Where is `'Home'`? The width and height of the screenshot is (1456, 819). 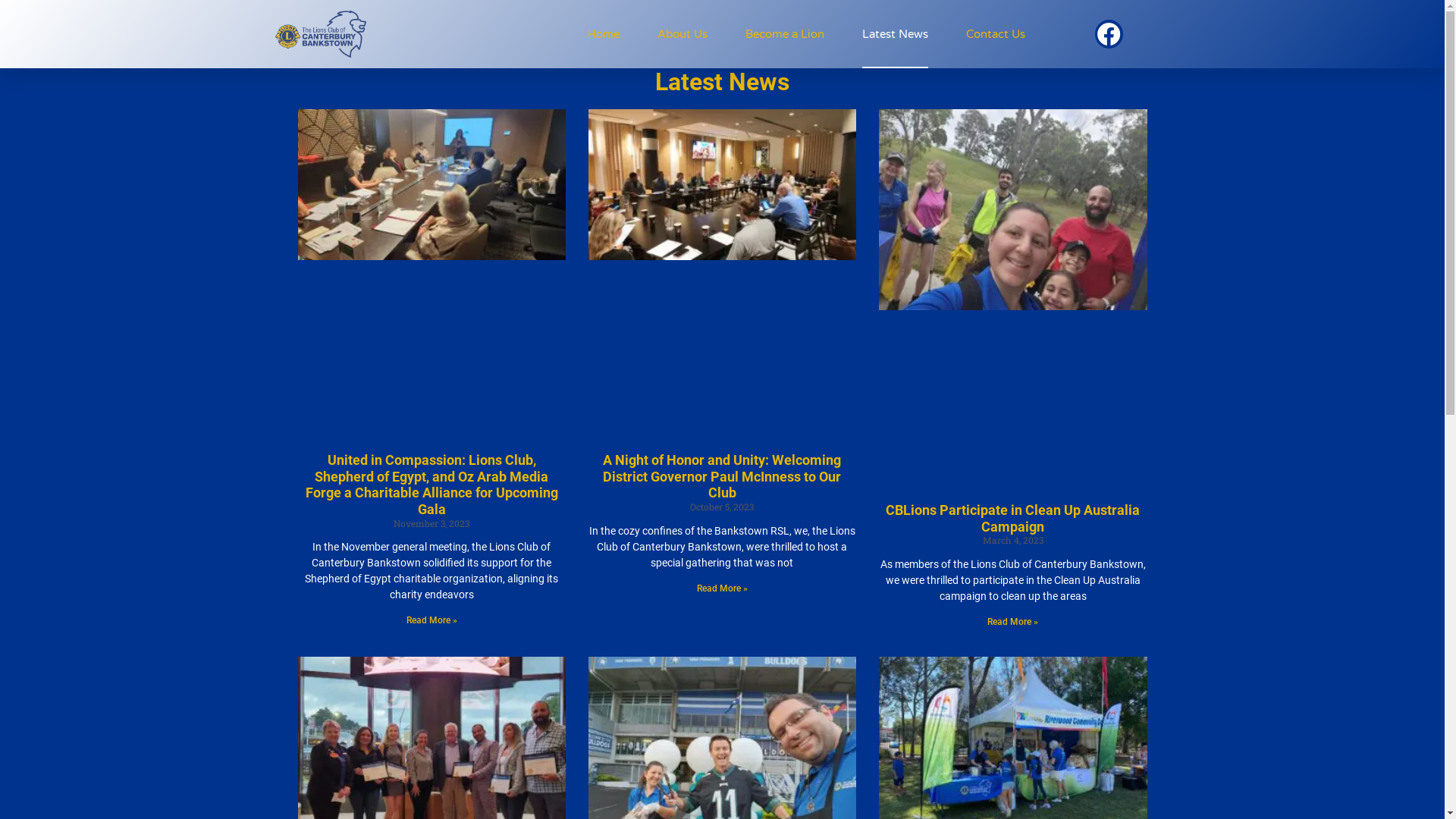 'Home' is located at coordinates (603, 34).